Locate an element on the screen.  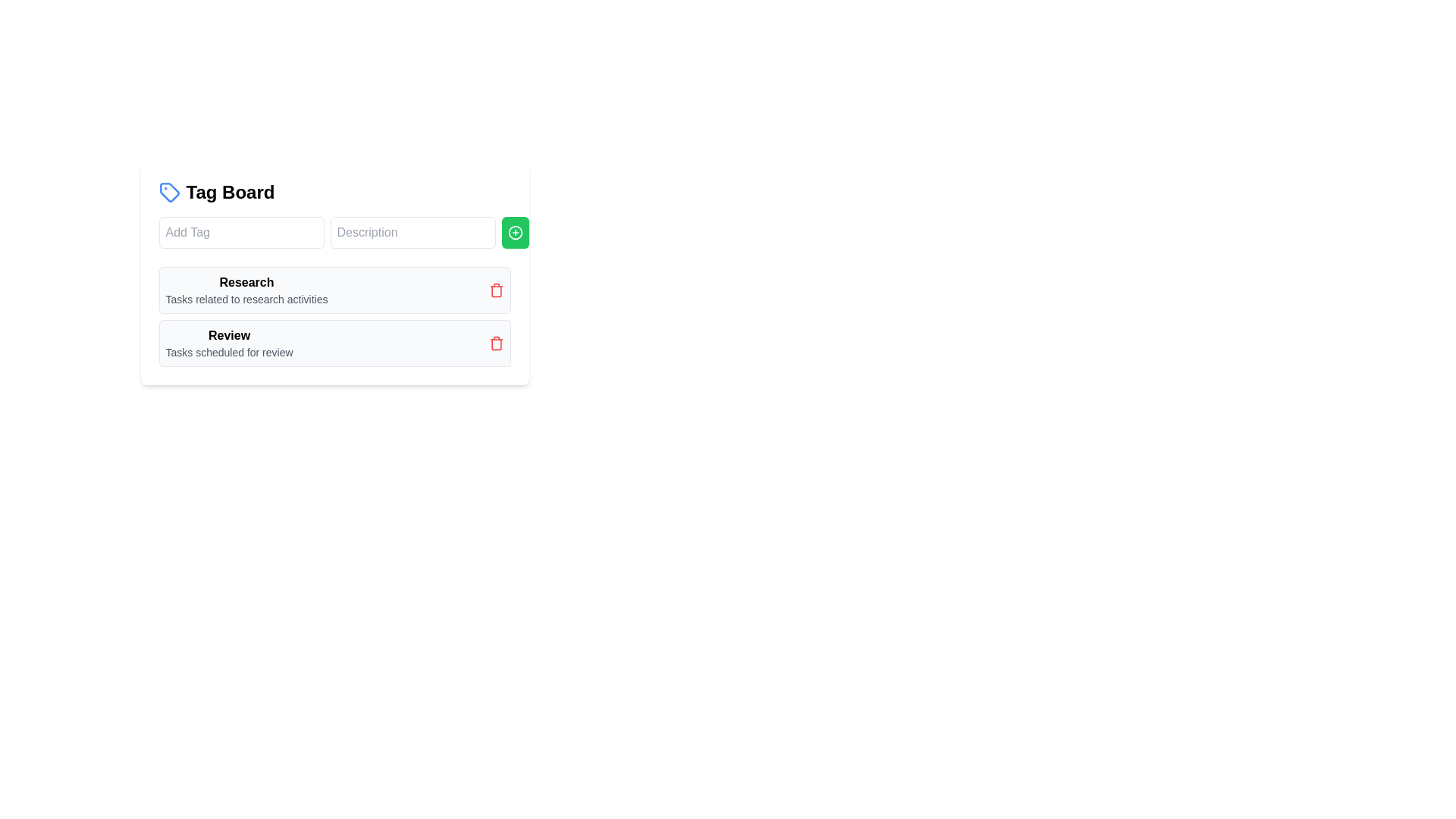
the main body of the tag icon located at the top left corner of the 'Tag Board' section, which visually represents a tag for categorization or labeling of items is located at coordinates (169, 192).